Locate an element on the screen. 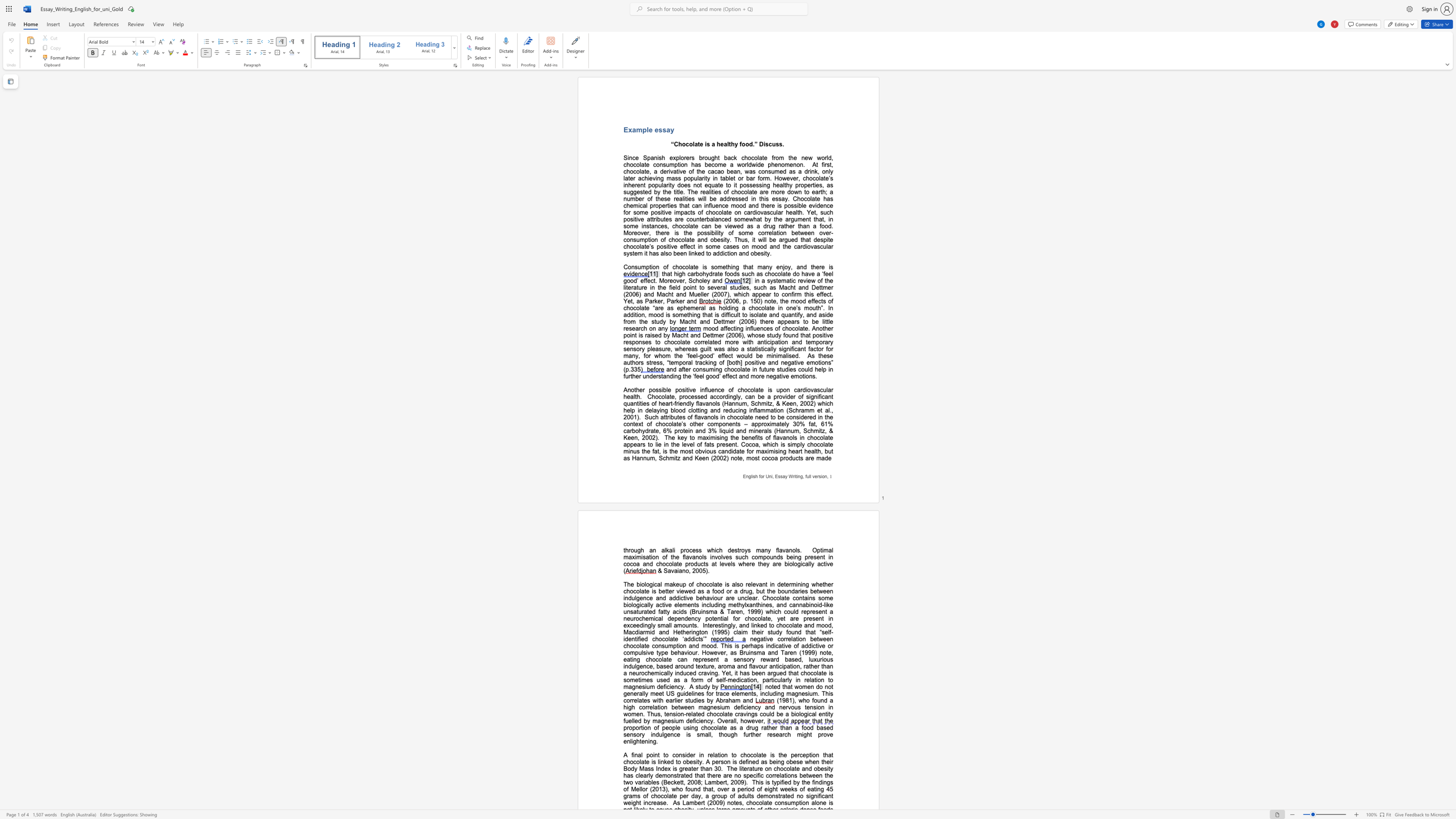 This screenshot has width=1456, height=819. the subset text "s many flavanol" within the text "through an alkali process which destroys many flavanols" is located at coordinates (747, 549).